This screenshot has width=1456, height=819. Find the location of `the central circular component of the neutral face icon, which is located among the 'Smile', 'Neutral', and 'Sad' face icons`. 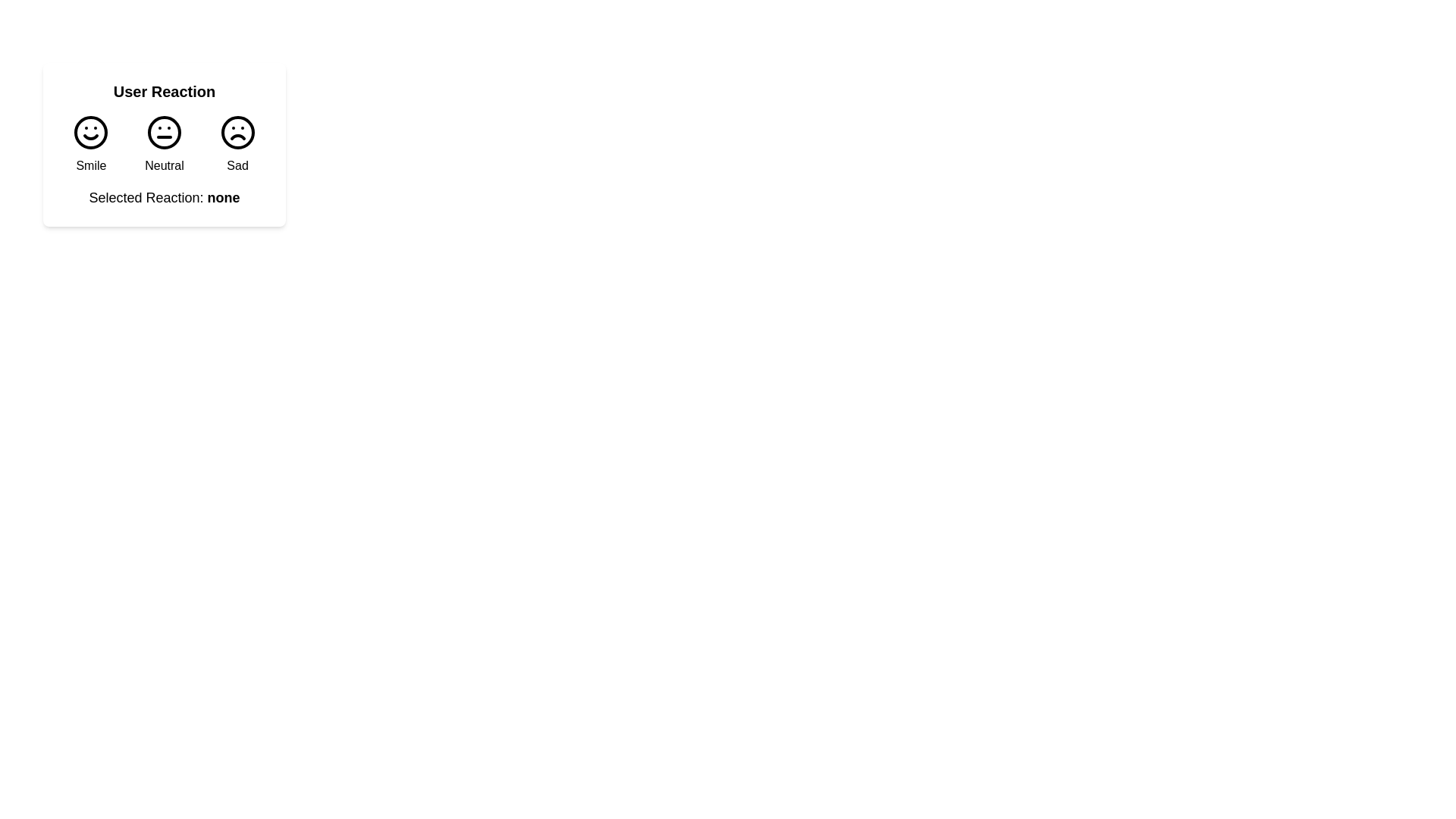

the central circular component of the neutral face icon, which is located among the 'Smile', 'Neutral', and 'Sad' face icons is located at coordinates (164, 131).